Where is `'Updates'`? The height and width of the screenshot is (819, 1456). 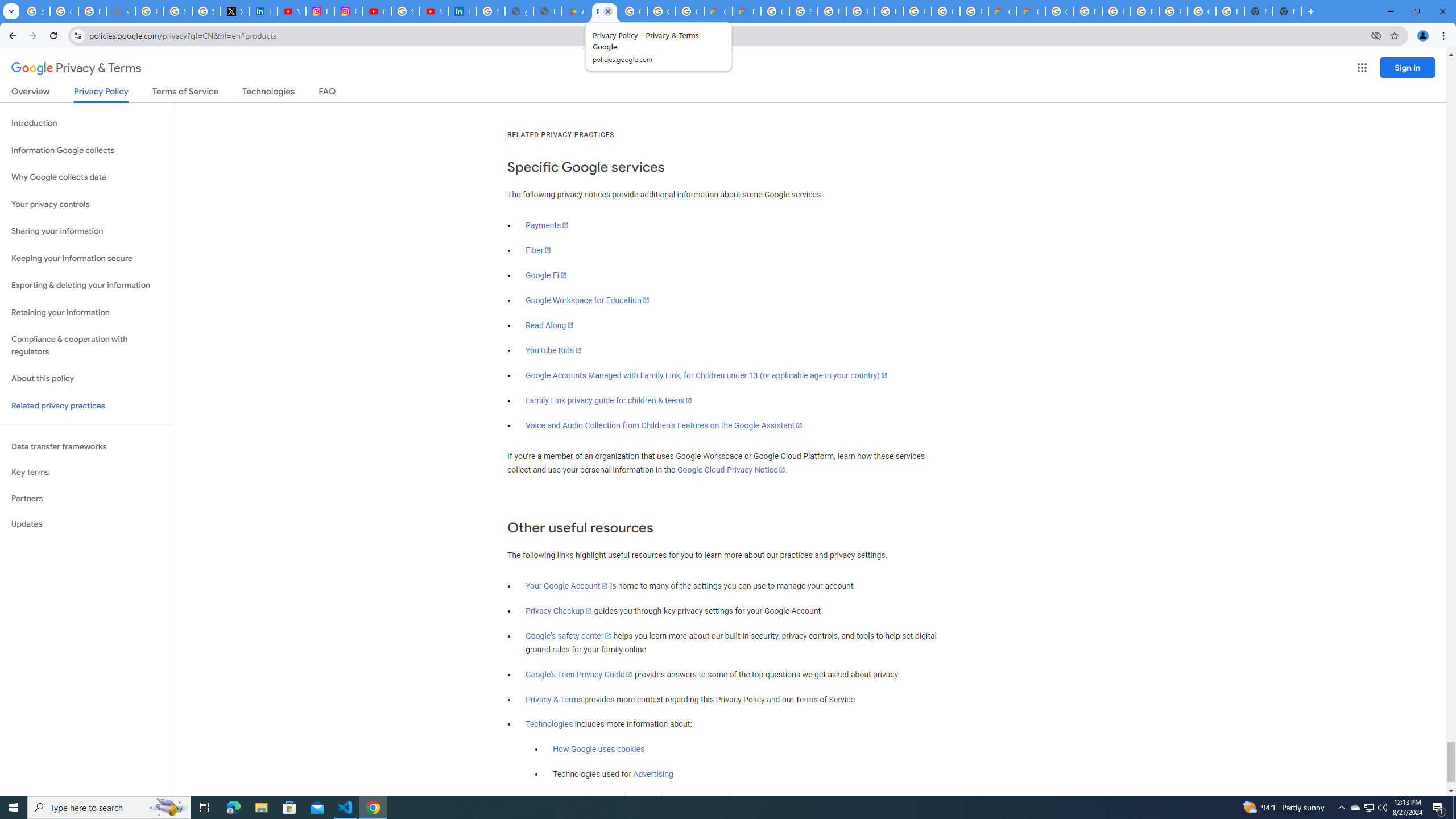 'Updates' is located at coordinates (86, 523).